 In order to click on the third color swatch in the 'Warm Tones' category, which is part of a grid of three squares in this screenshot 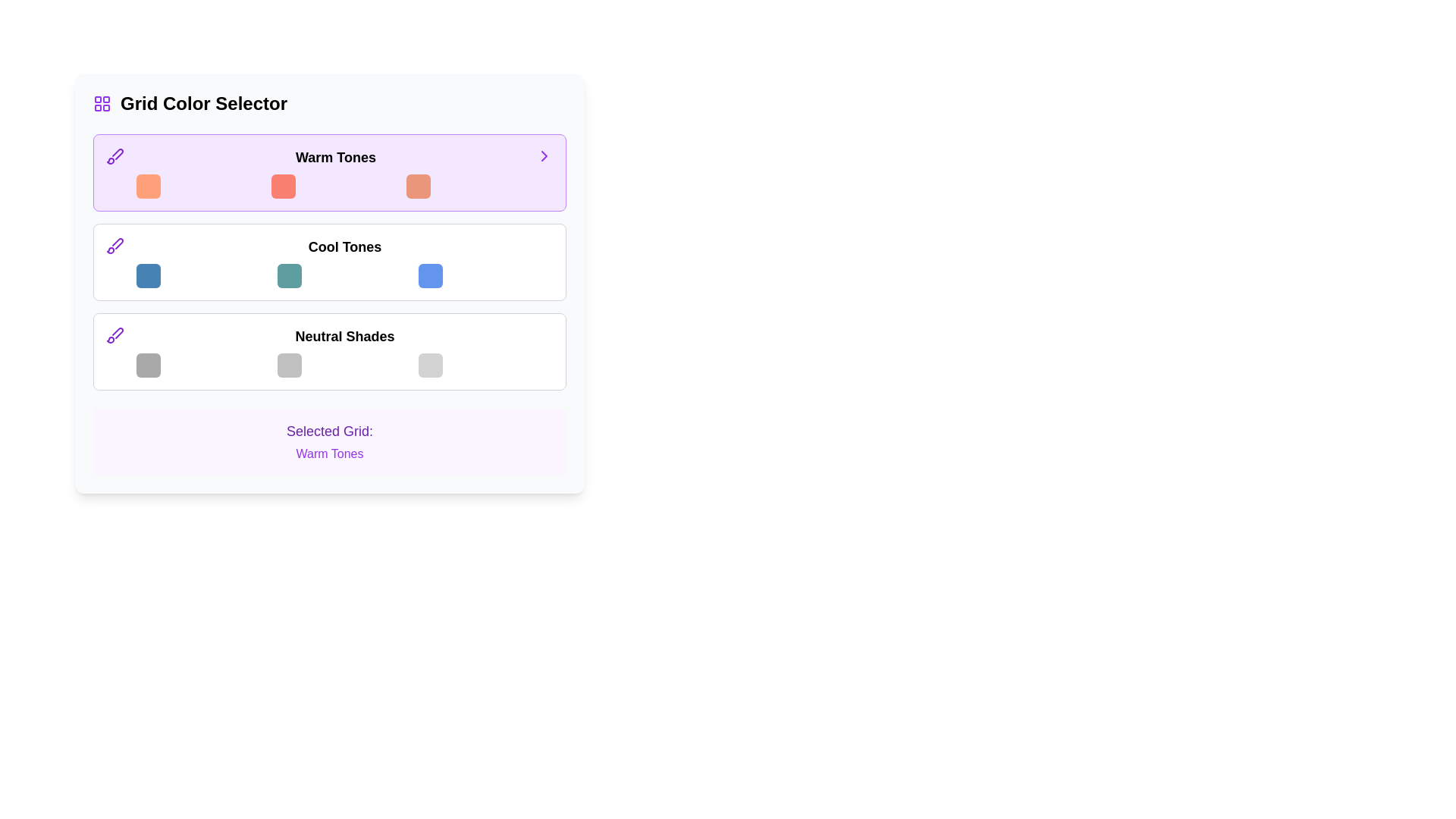, I will do `click(419, 186)`.